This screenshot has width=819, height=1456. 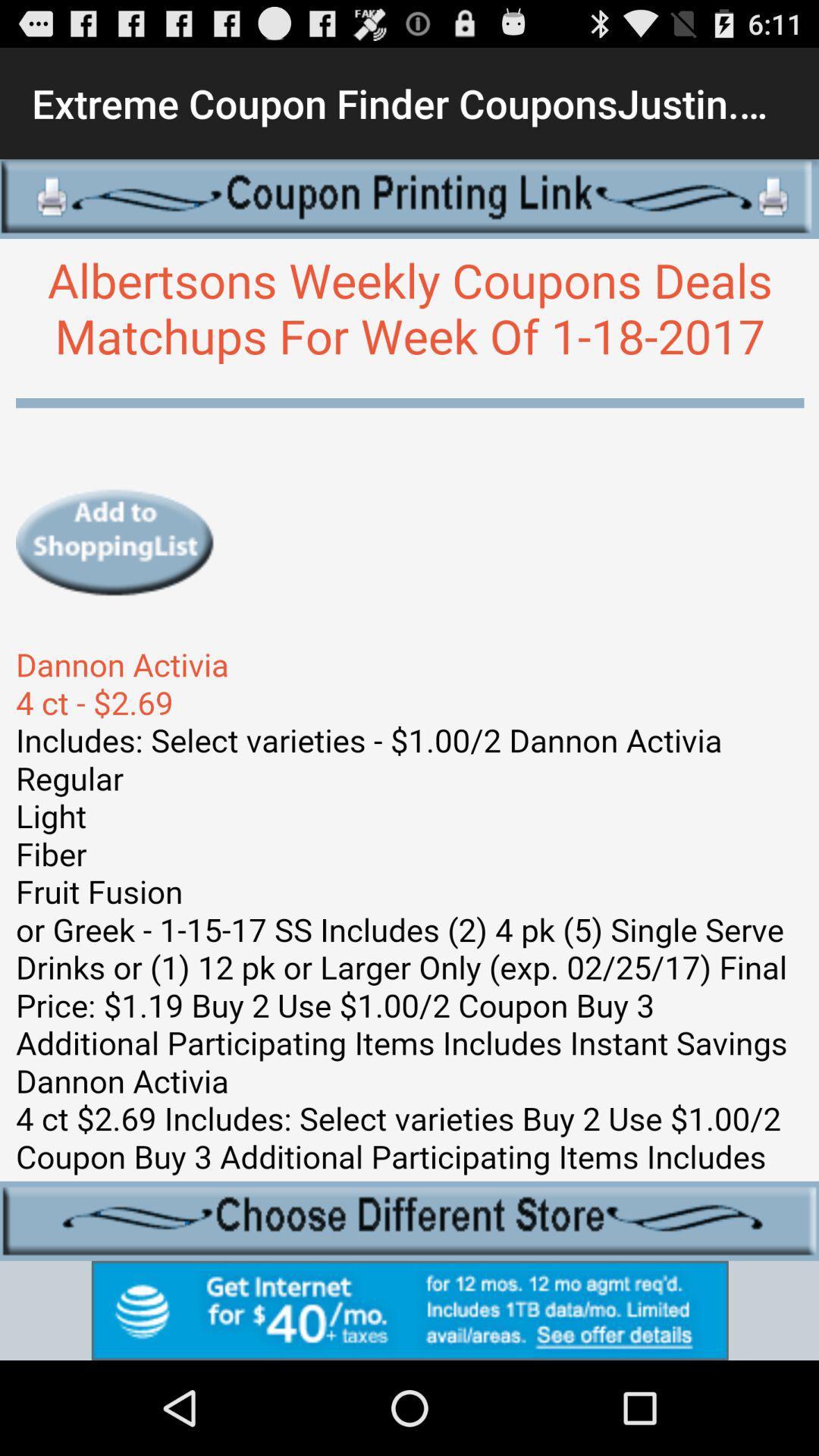 What do you see at coordinates (409, 1221) in the screenshot?
I see `choose store` at bounding box center [409, 1221].